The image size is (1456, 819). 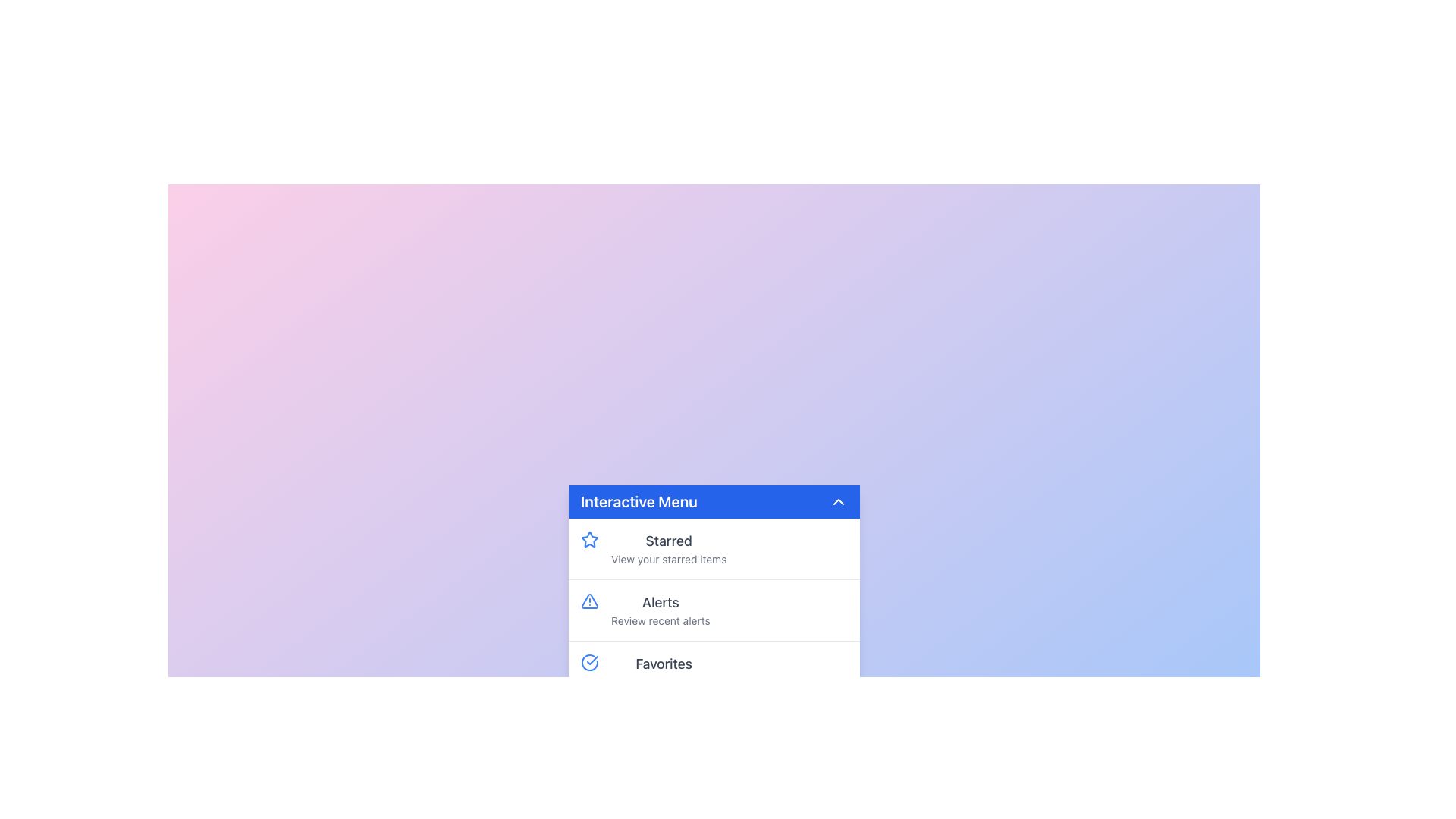 What do you see at coordinates (588, 539) in the screenshot?
I see `the 'Starred' icon located to the left of the 'Starred' list item in the 'Interactive Menu' section` at bounding box center [588, 539].